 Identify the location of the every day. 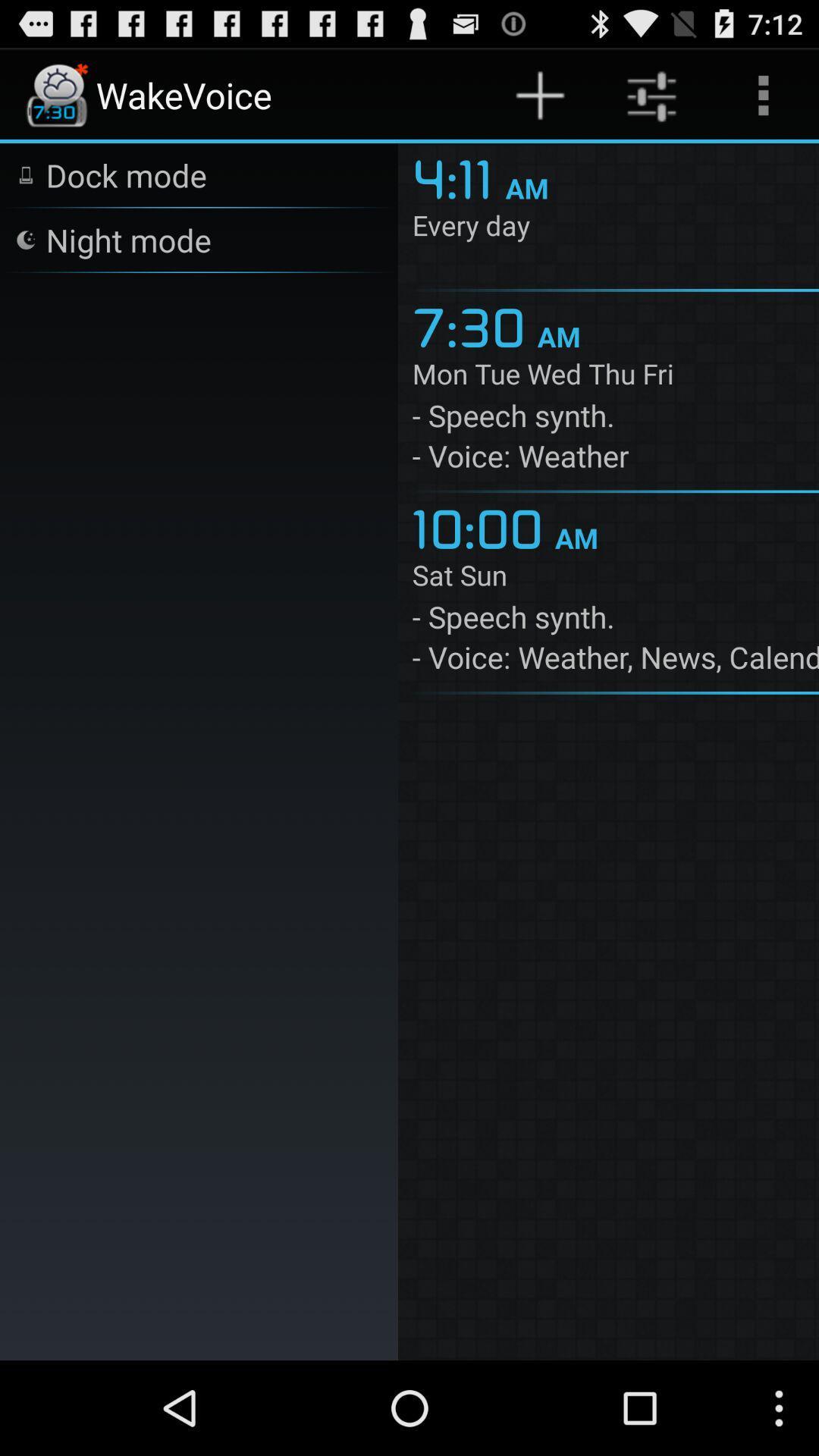
(615, 227).